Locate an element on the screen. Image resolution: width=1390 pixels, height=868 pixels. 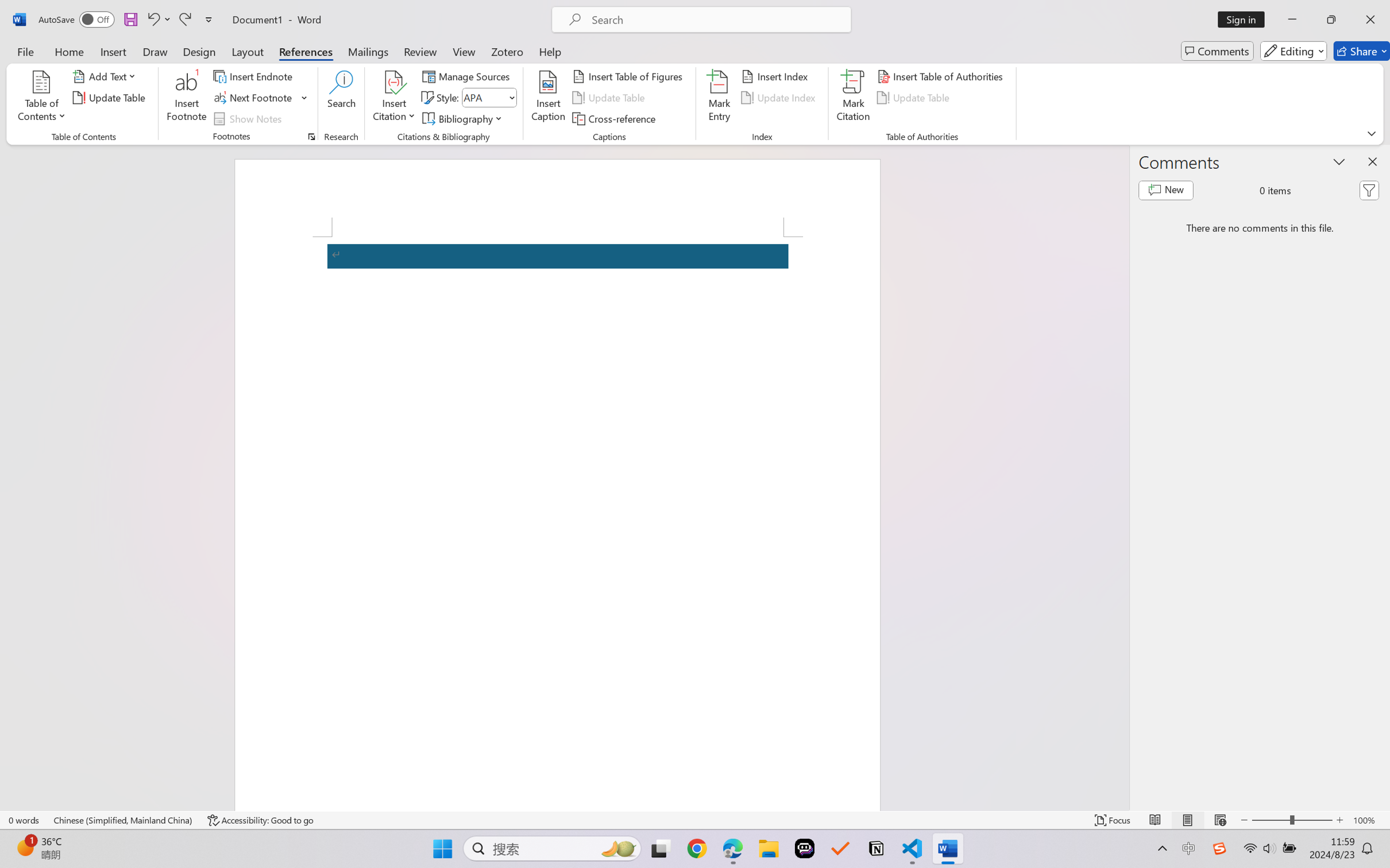
'Next Footnote' is located at coordinates (253, 98).